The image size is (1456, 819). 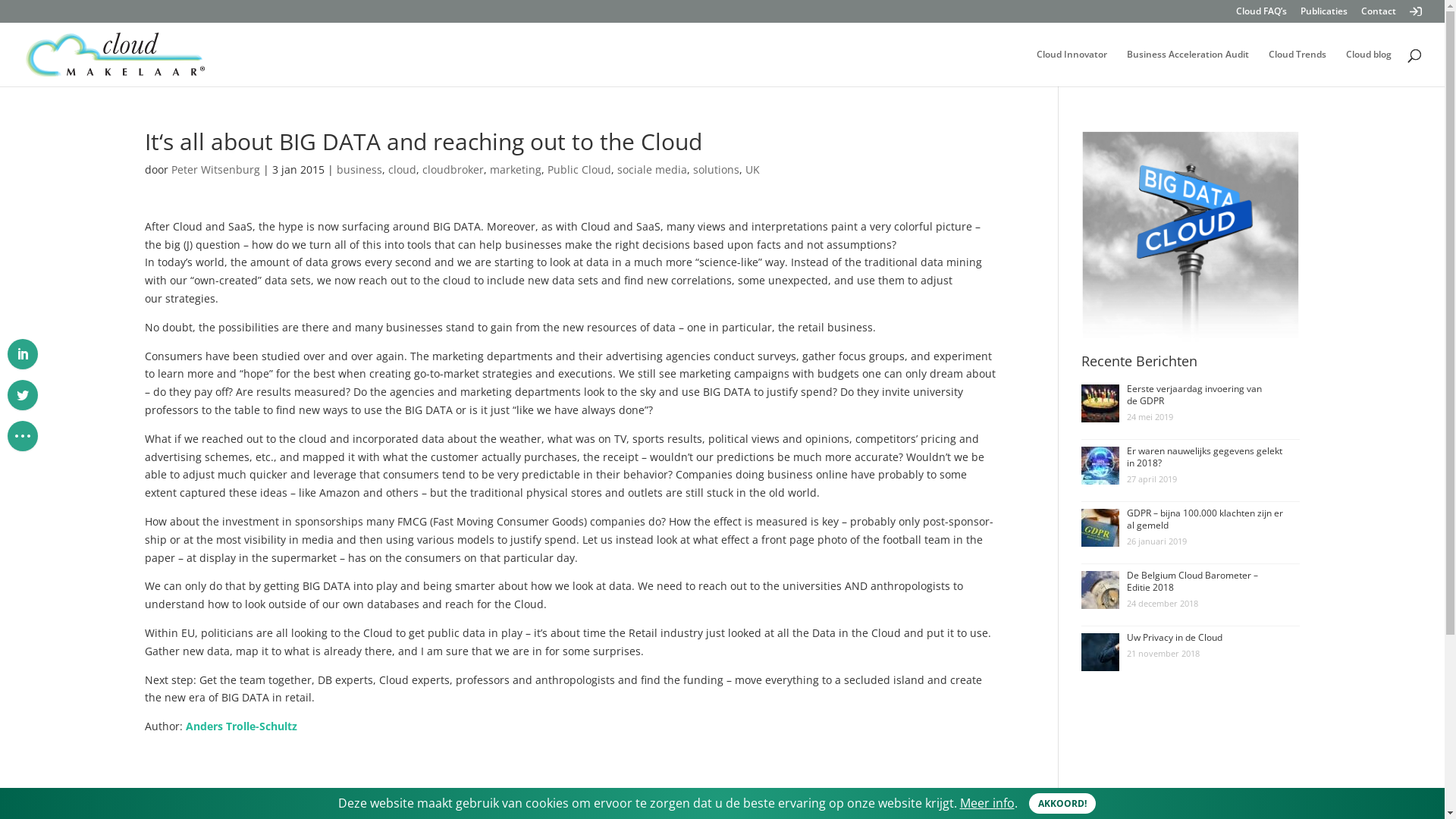 What do you see at coordinates (451, 169) in the screenshot?
I see `'cloudbroker'` at bounding box center [451, 169].